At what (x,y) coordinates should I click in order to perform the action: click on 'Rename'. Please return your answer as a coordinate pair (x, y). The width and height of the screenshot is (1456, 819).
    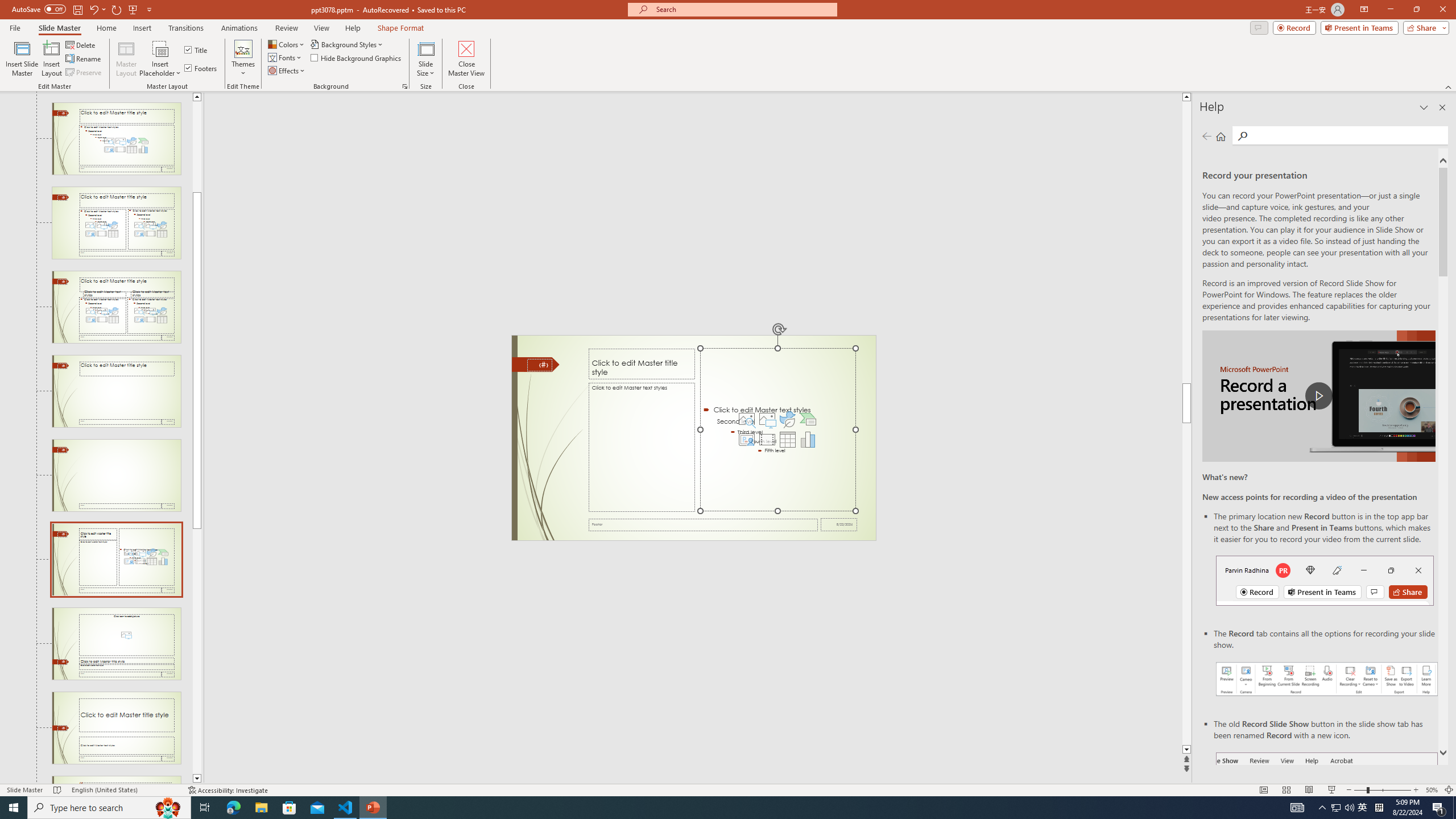
    Looking at the image, I should click on (84, 59).